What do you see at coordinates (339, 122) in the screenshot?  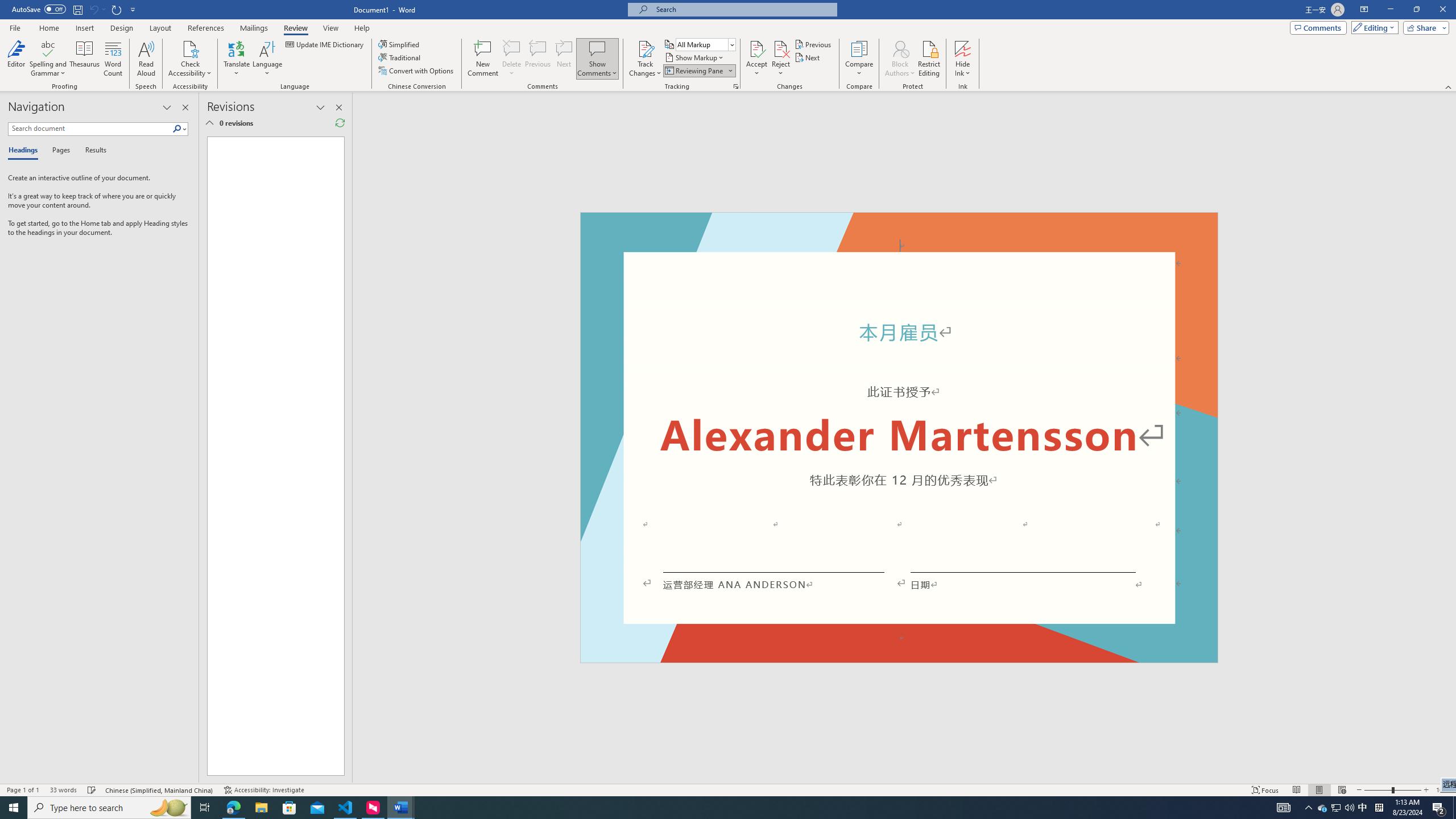 I see `'Refresh Reviewing Pane'` at bounding box center [339, 122].